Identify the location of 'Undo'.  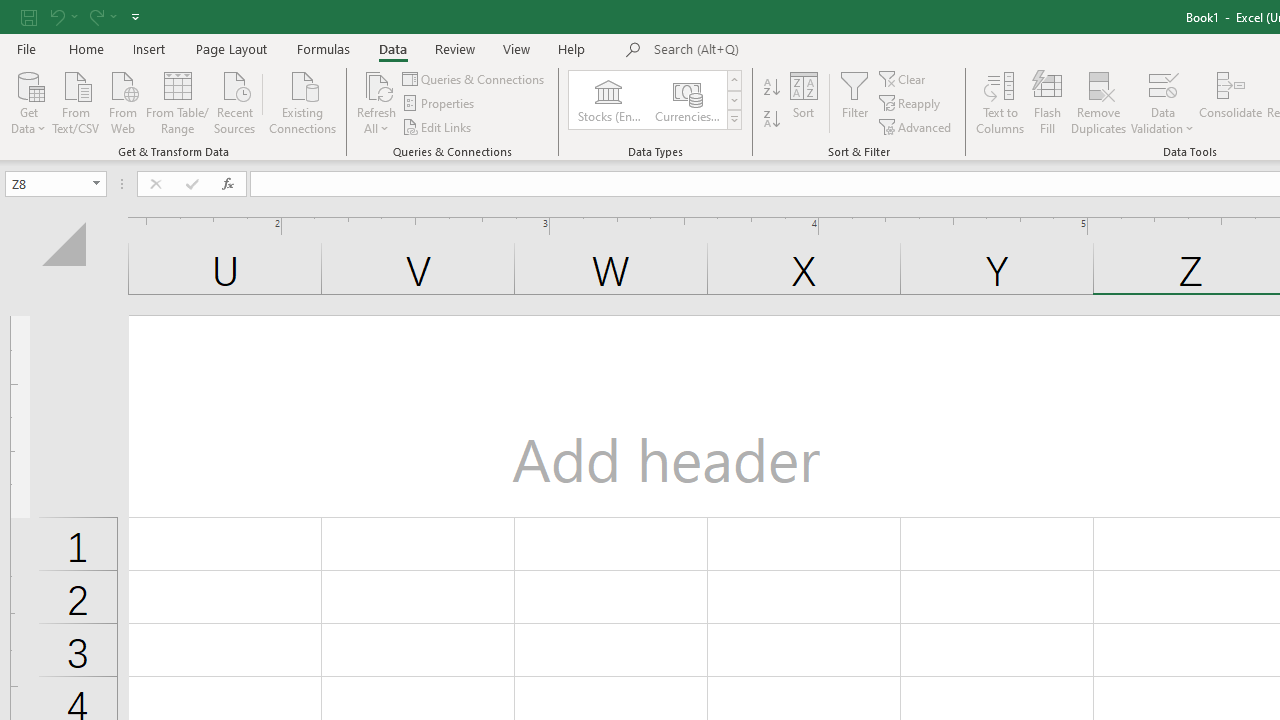
(62, 16).